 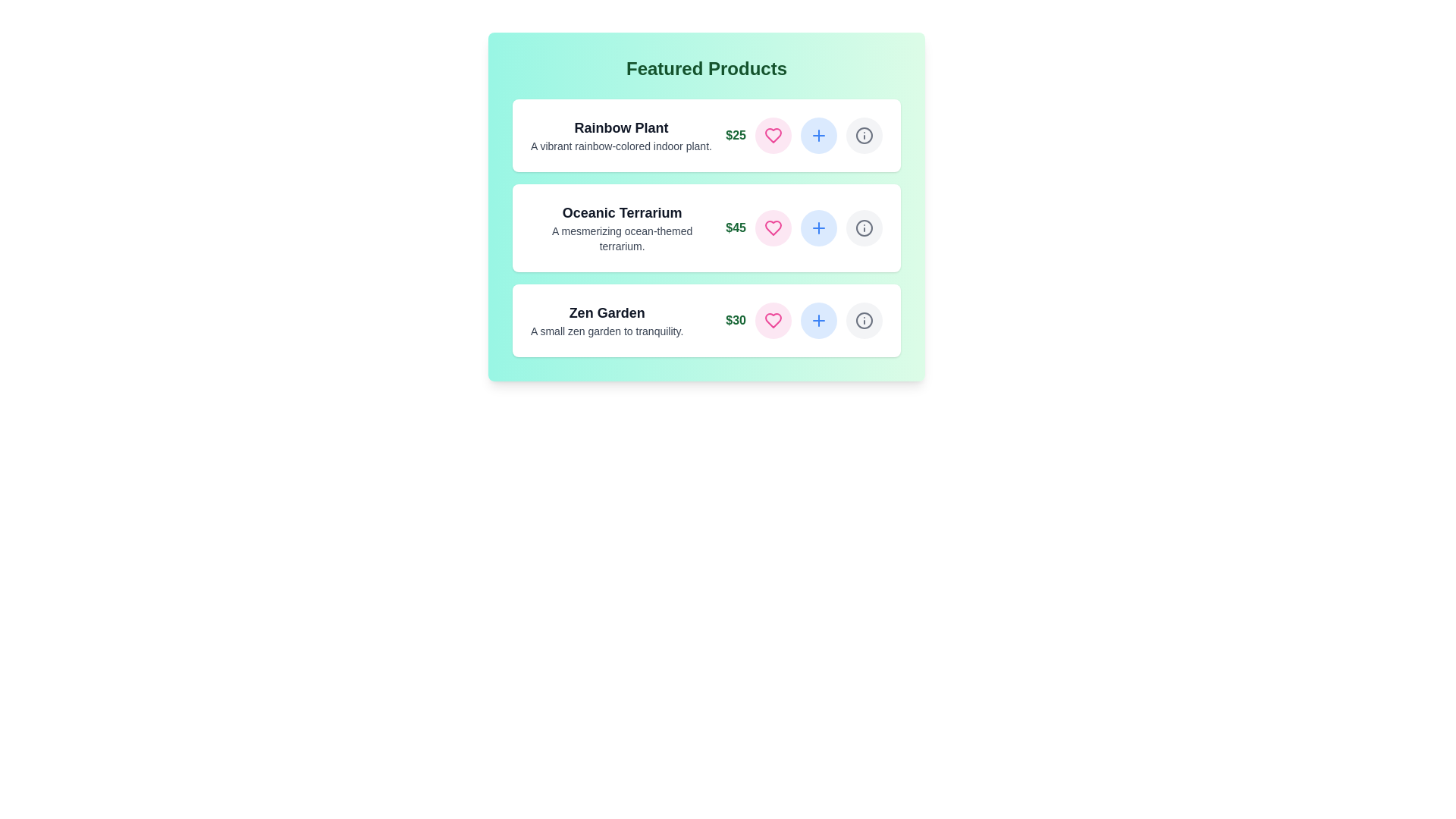 What do you see at coordinates (735, 134) in the screenshot?
I see `the price of the product to inspect it visually` at bounding box center [735, 134].